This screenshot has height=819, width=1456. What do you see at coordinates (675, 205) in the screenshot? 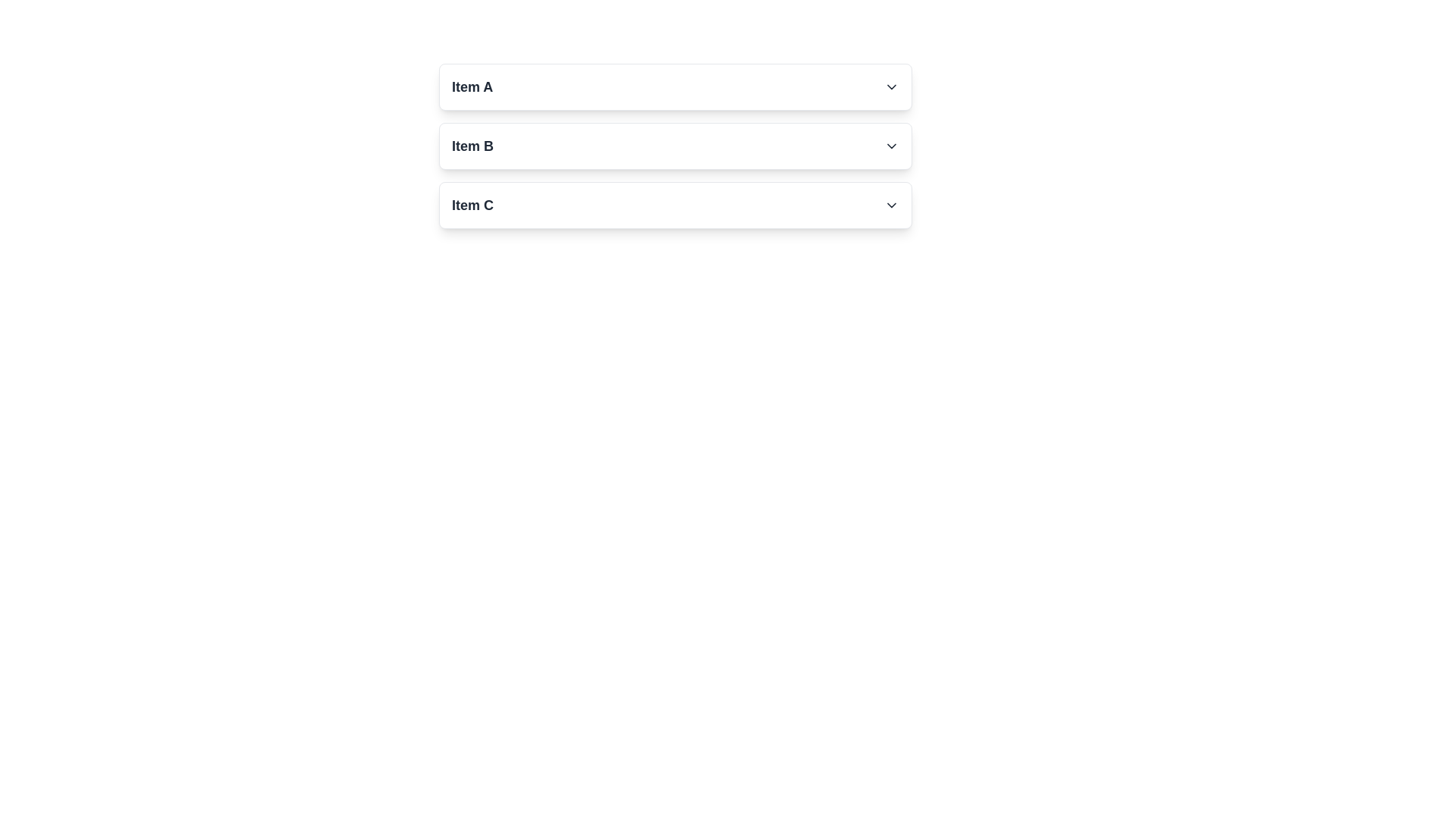
I see `the Dropdown or List Item labeled 'Item C'` at bounding box center [675, 205].